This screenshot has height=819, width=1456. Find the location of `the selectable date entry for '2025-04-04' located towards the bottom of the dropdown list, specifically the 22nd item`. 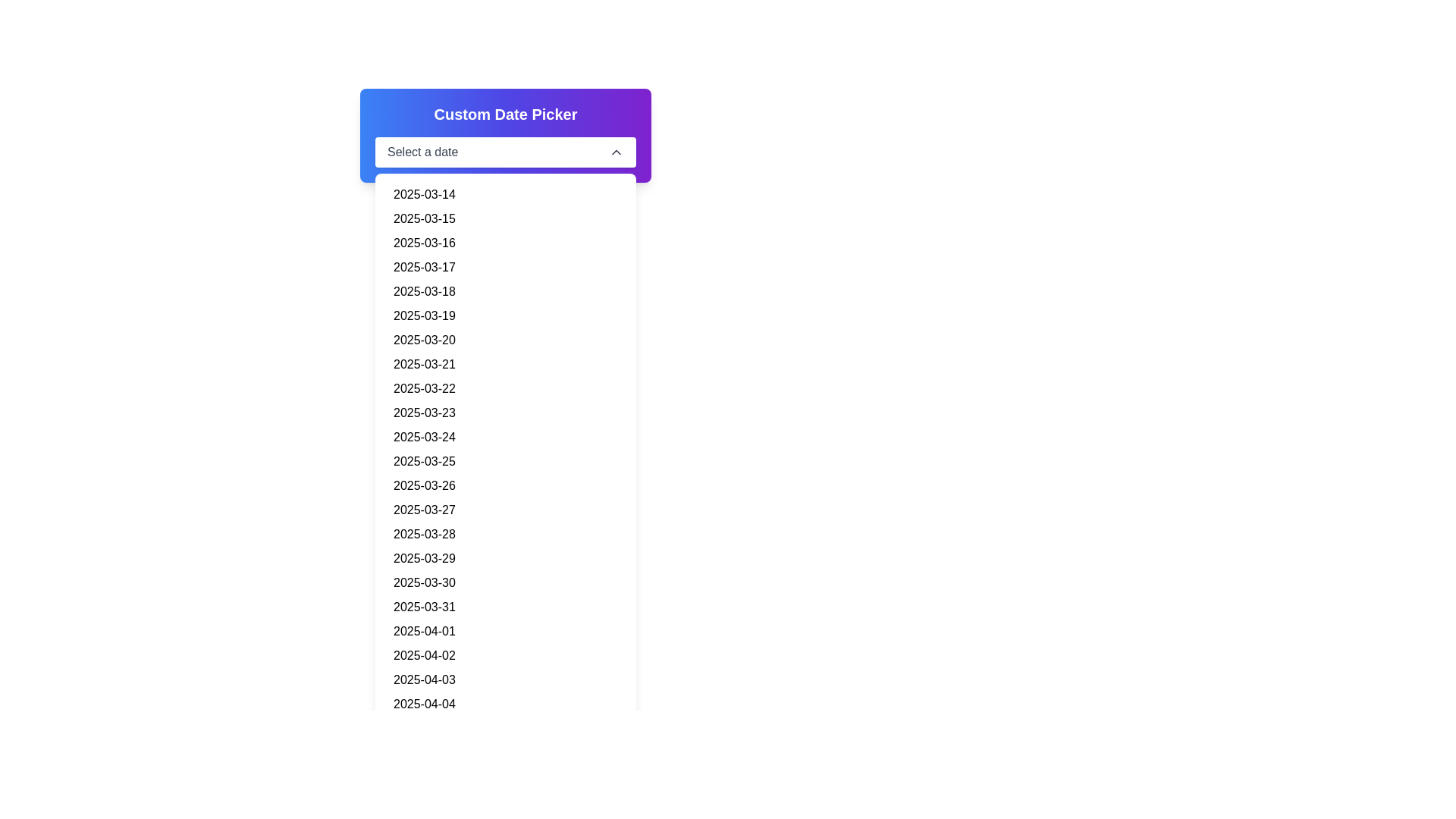

the selectable date entry for '2025-04-04' located towards the bottom of the dropdown list, specifically the 22nd item is located at coordinates (506, 704).